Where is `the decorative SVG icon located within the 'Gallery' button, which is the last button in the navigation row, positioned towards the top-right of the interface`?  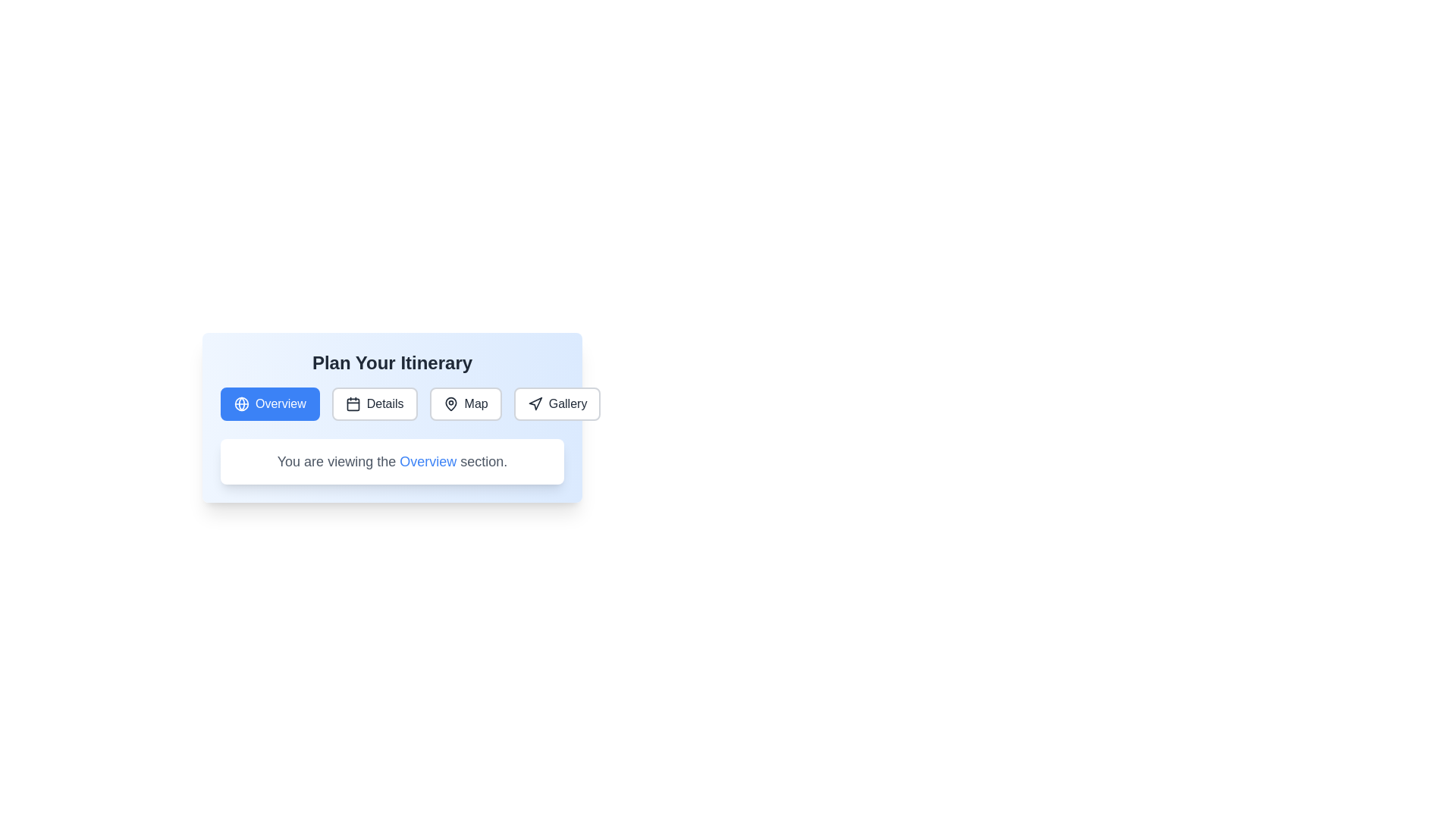
the decorative SVG icon located within the 'Gallery' button, which is the last button in the navigation row, positioned towards the top-right of the interface is located at coordinates (535, 403).